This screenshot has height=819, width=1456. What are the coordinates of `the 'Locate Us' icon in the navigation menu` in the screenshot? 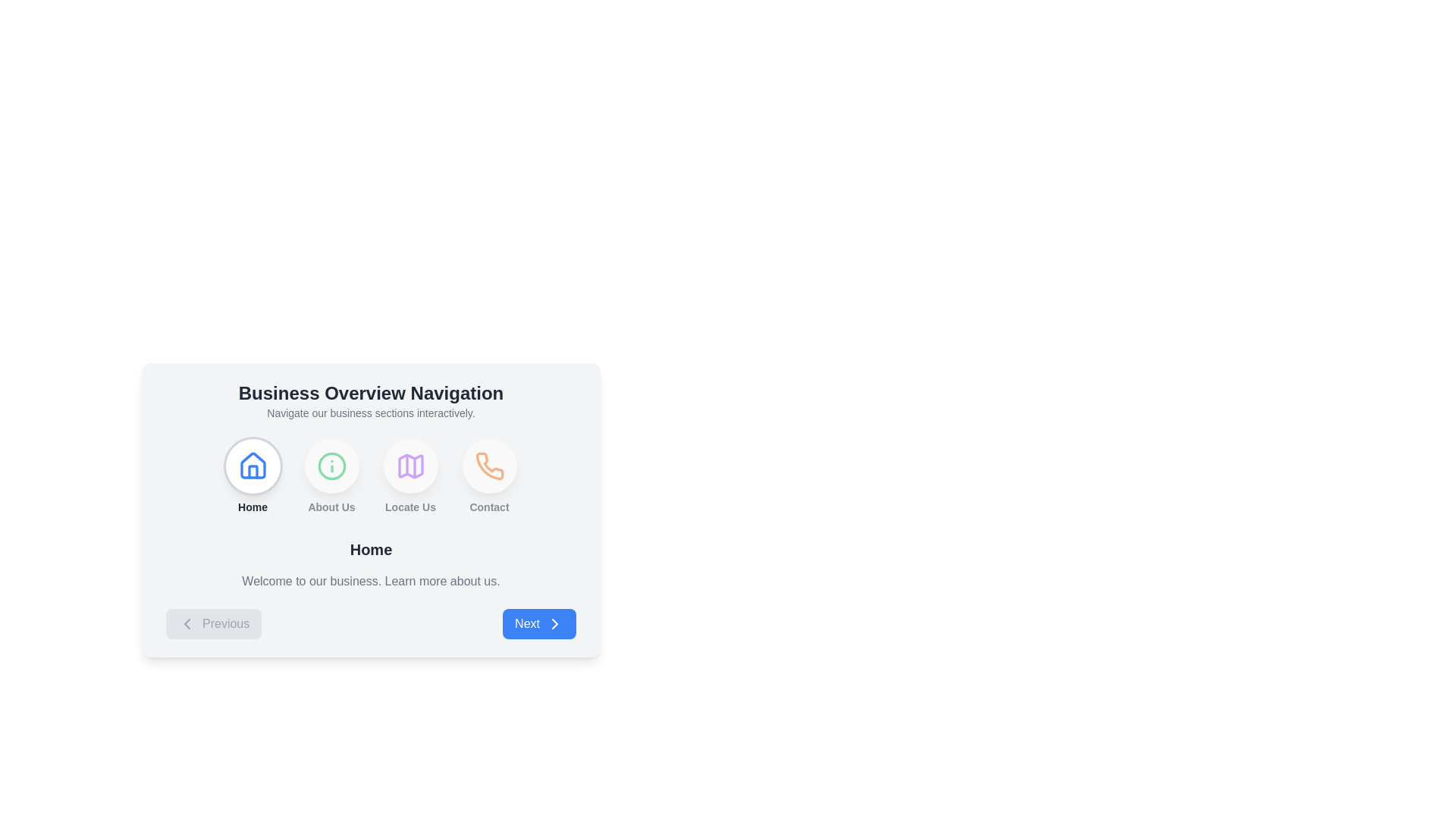 It's located at (410, 465).